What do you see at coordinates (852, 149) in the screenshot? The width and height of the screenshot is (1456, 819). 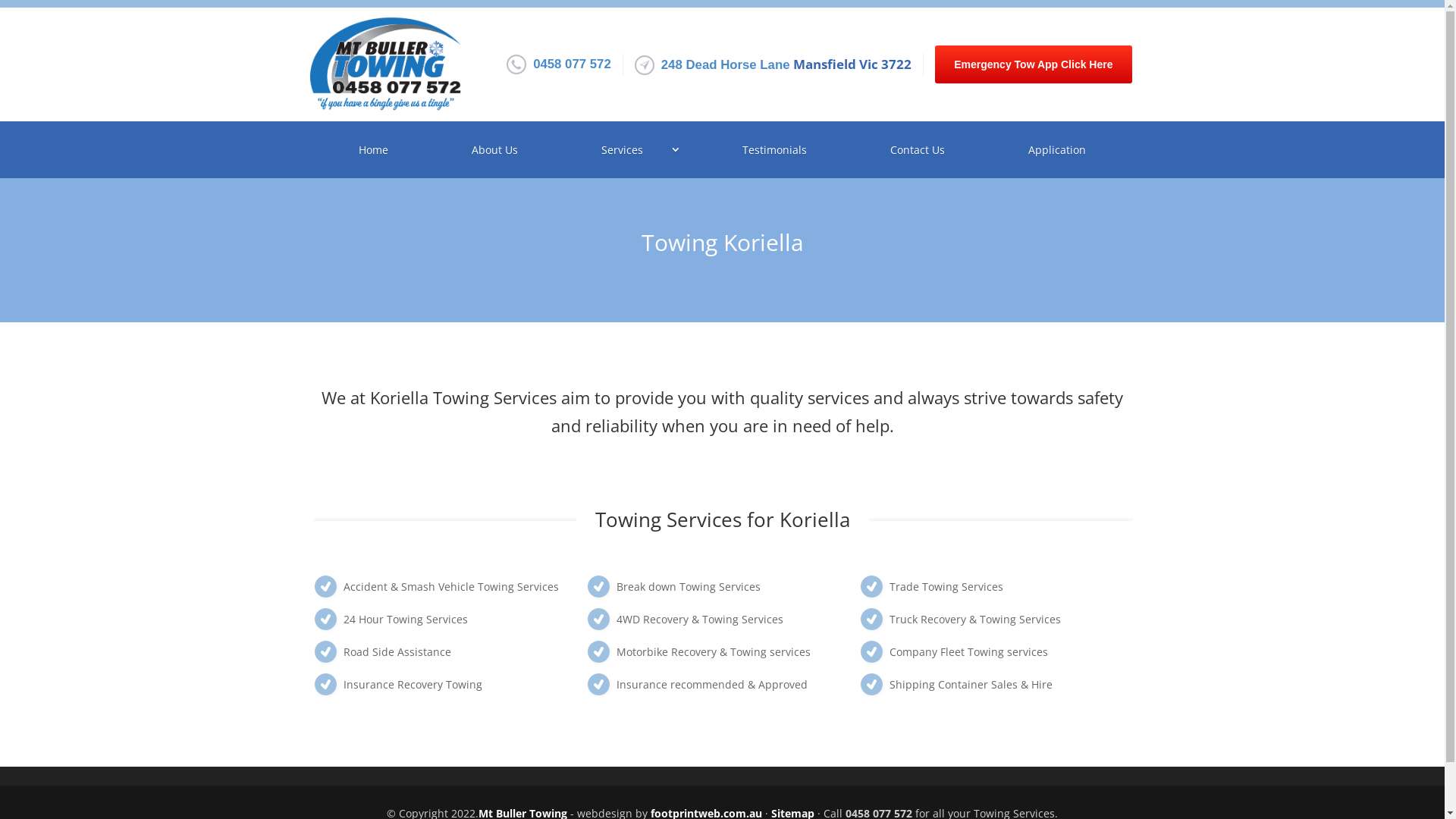 I see `'Contact Us'` at bounding box center [852, 149].